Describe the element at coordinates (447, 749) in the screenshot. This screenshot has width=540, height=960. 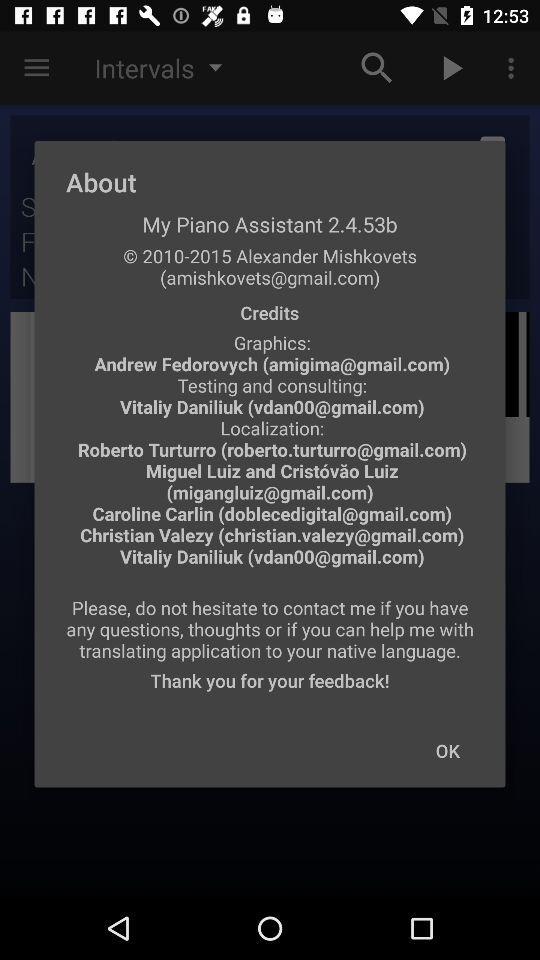
I see `icon below the please do not item` at that location.